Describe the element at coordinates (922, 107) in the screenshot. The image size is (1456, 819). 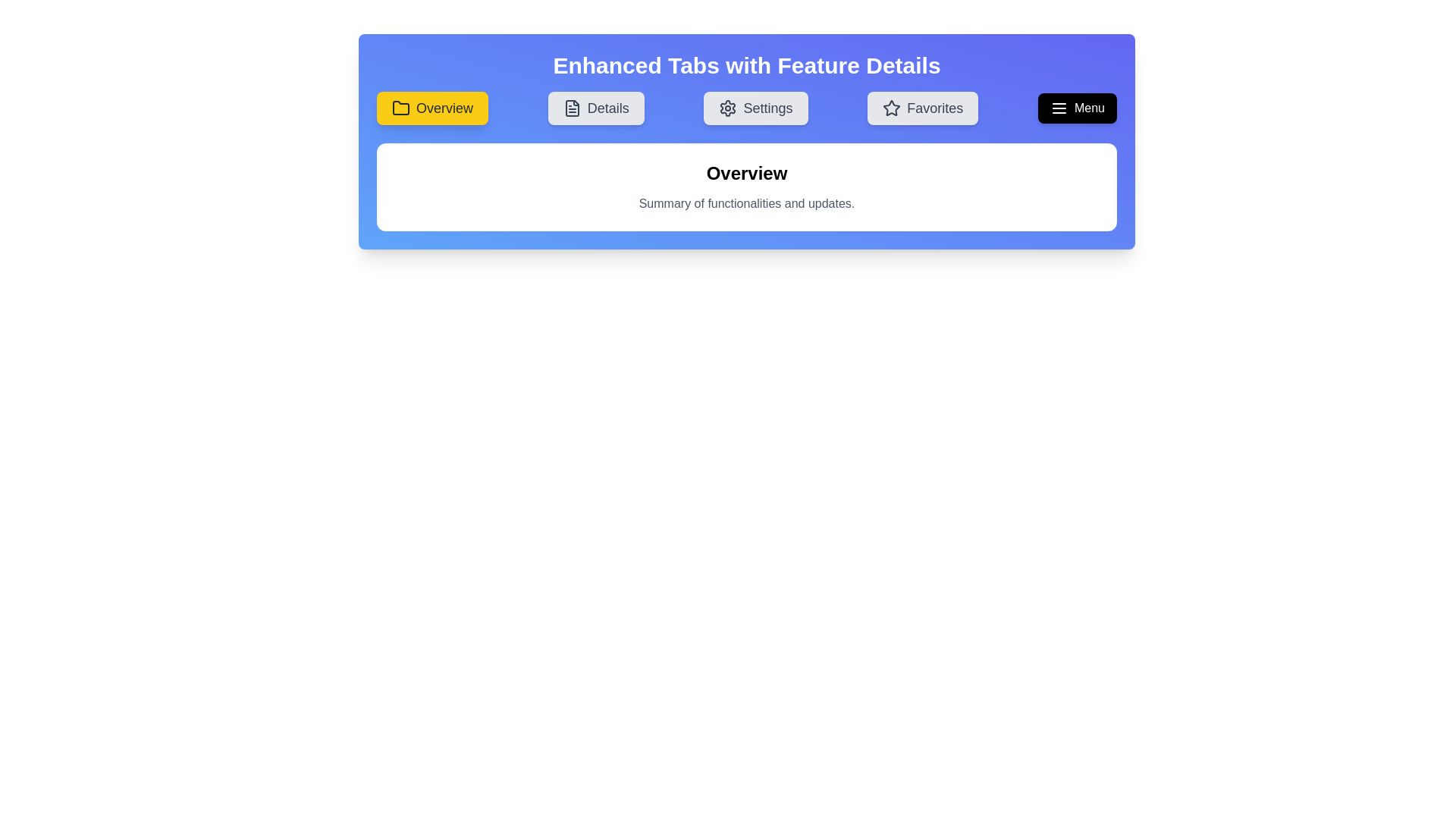
I see `the navigation button for 'Favorites', which is the fourth button from the left in the horizontal navigation bar, located between 'Settings' and 'Menu'` at that location.